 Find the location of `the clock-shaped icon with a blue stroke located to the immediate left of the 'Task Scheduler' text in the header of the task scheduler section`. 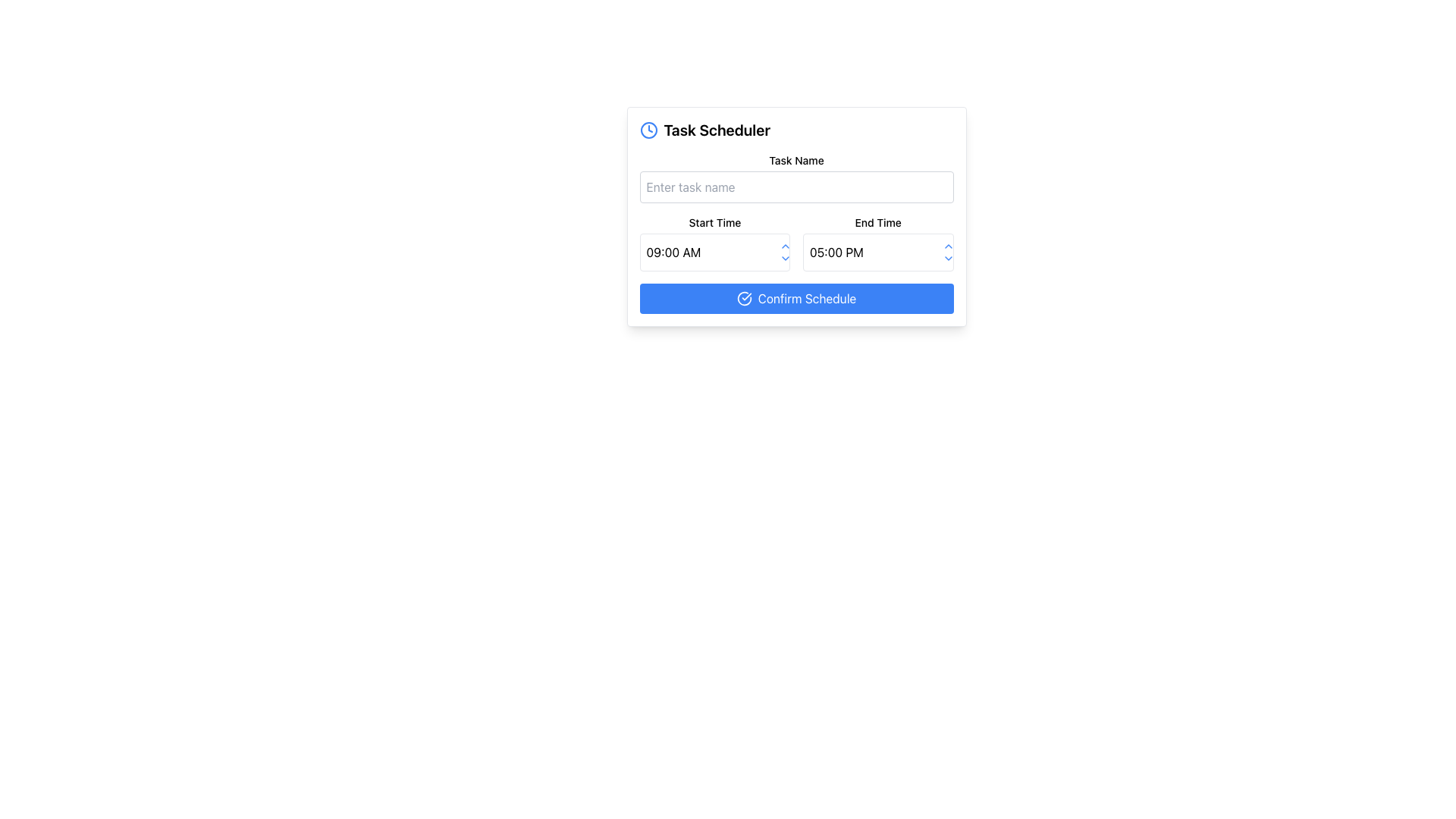

the clock-shaped icon with a blue stroke located to the immediate left of the 'Task Scheduler' text in the header of the task scheduler section is located at coordinates (648, 130).